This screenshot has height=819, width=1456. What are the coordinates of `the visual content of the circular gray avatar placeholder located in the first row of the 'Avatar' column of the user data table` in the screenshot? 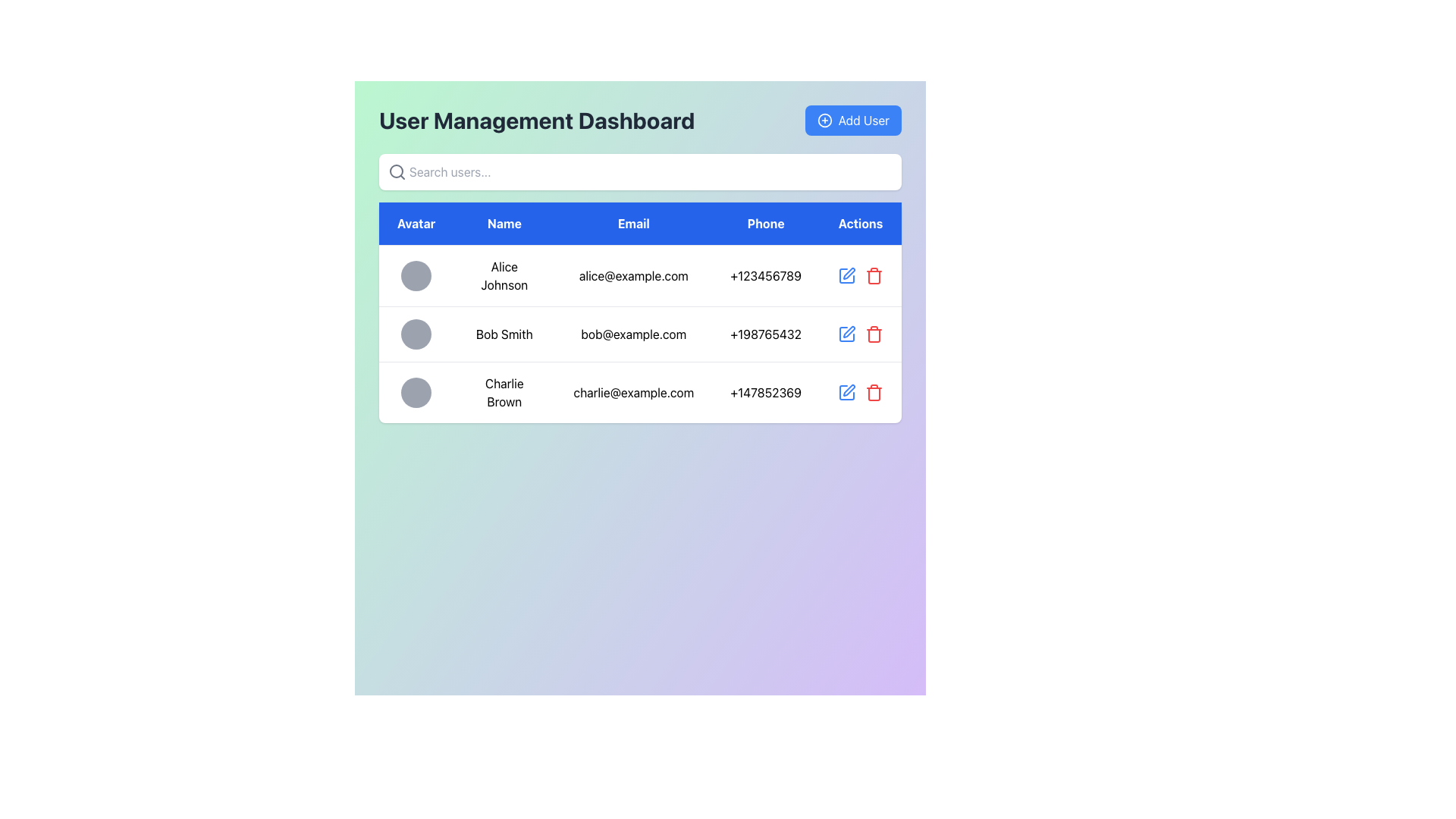 It's located at (416, 275).